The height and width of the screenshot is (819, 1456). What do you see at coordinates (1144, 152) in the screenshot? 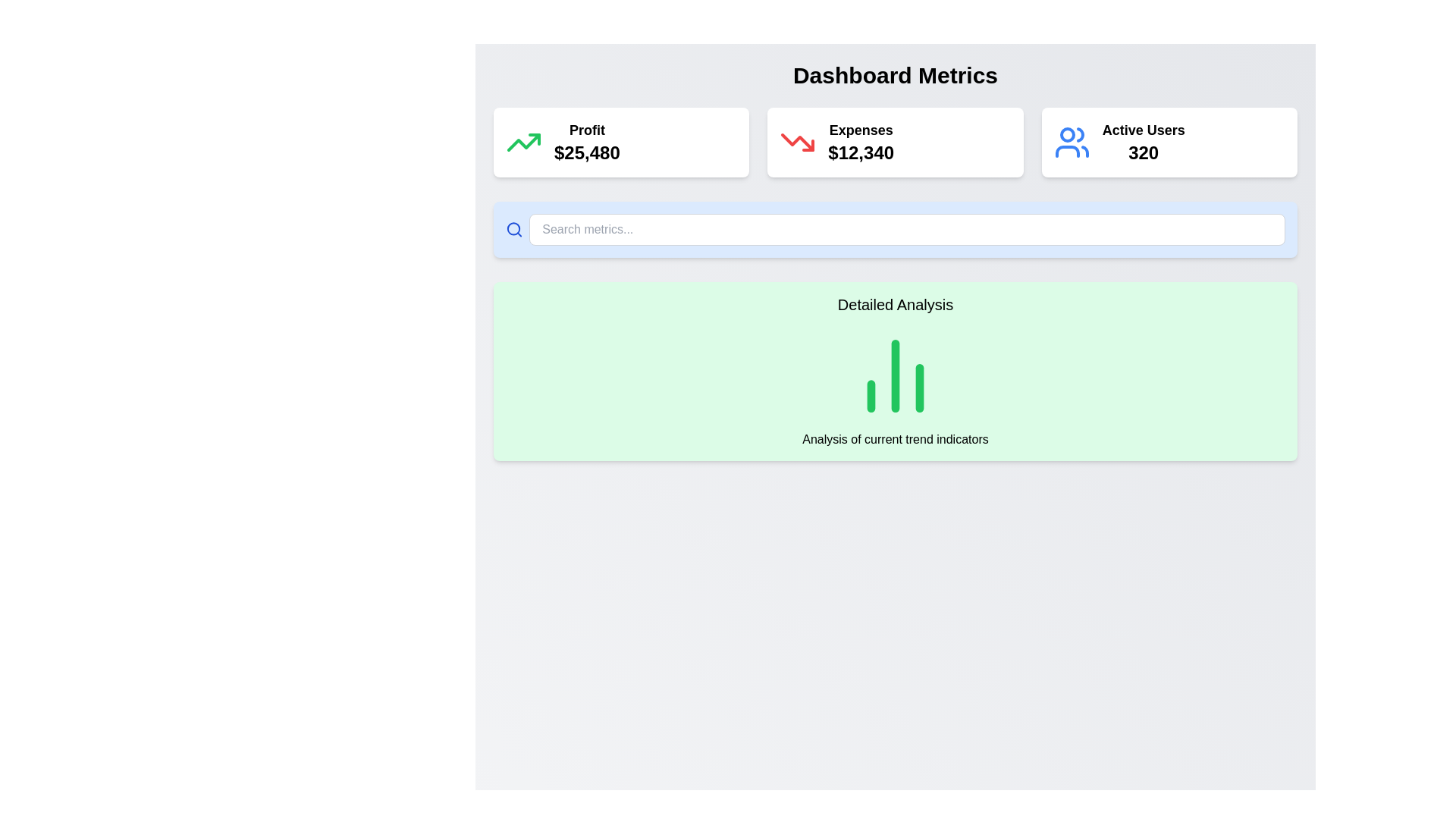
I see `displayed value from the bold text label representing the active user count, located at the lower part of the 'Active Users' card in the top-right section of the interface` at bounding box center [1144, 152].